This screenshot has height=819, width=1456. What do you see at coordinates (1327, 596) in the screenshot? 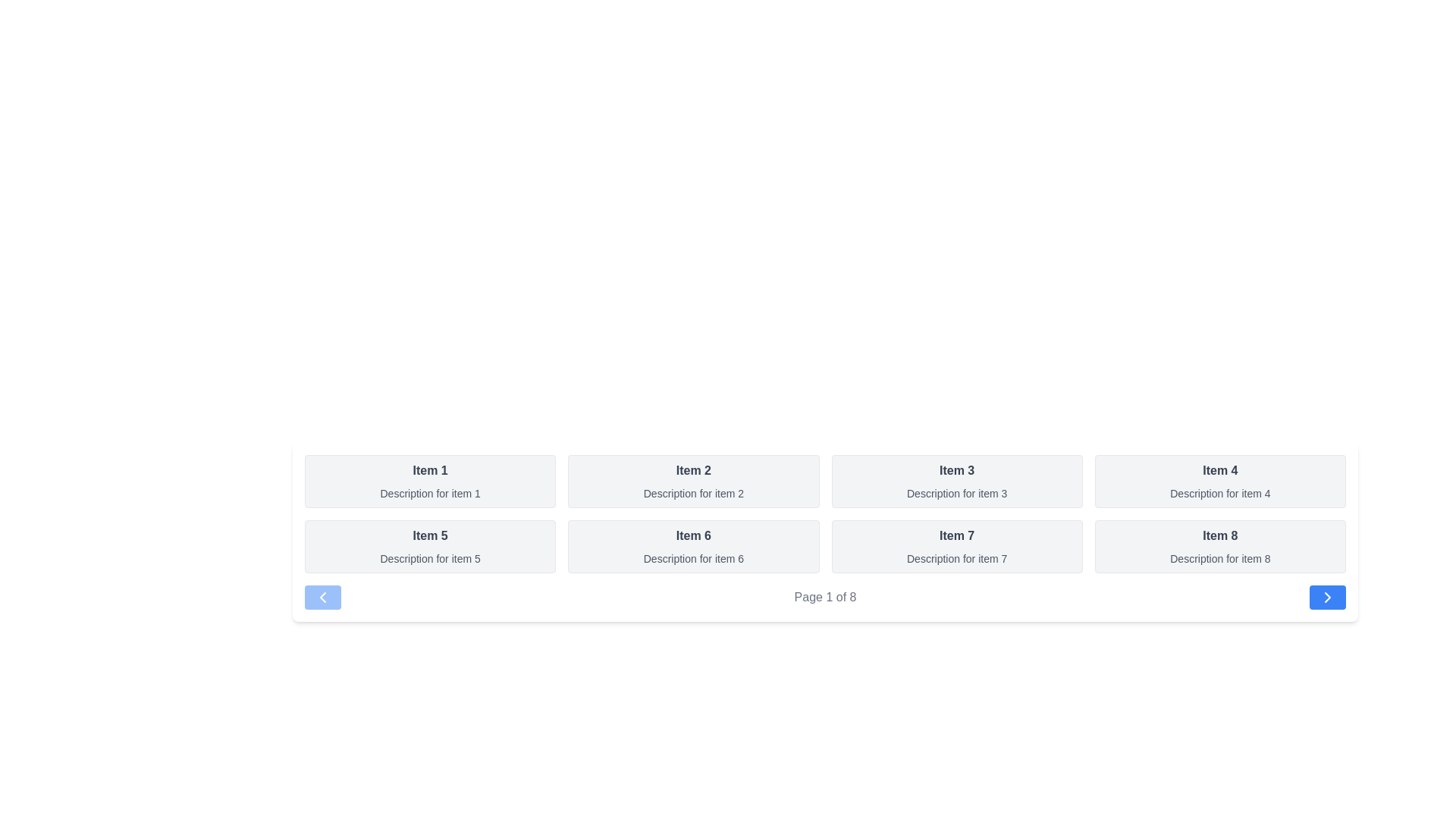
I see `the pagination control button located at the right-most position of the horizontal group, adjacent to the 'Page 1 of 8' text` at bounding box center [1327, 596].